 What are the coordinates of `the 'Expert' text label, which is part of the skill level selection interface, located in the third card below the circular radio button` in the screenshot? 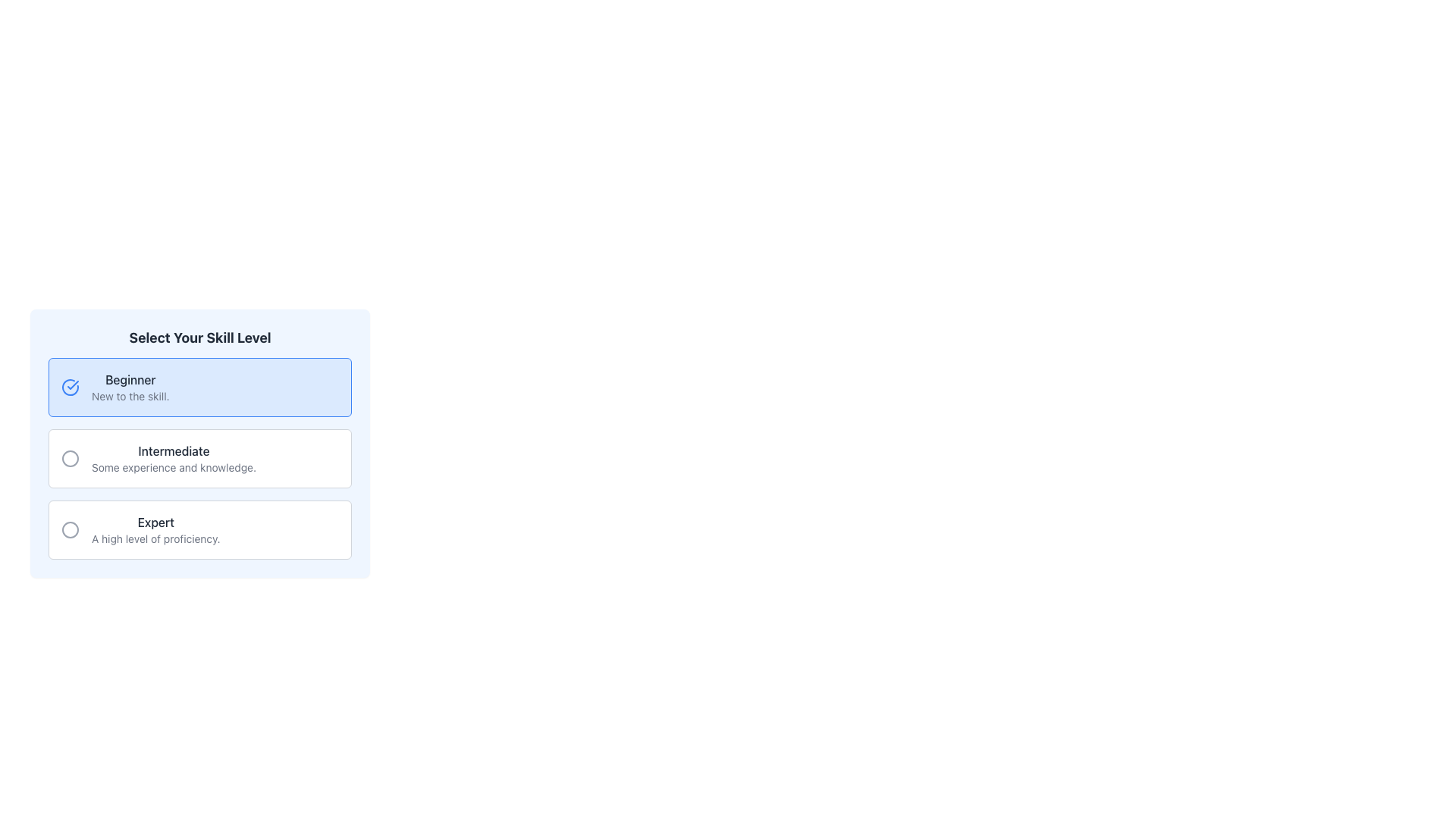 It's located at (155, 522).